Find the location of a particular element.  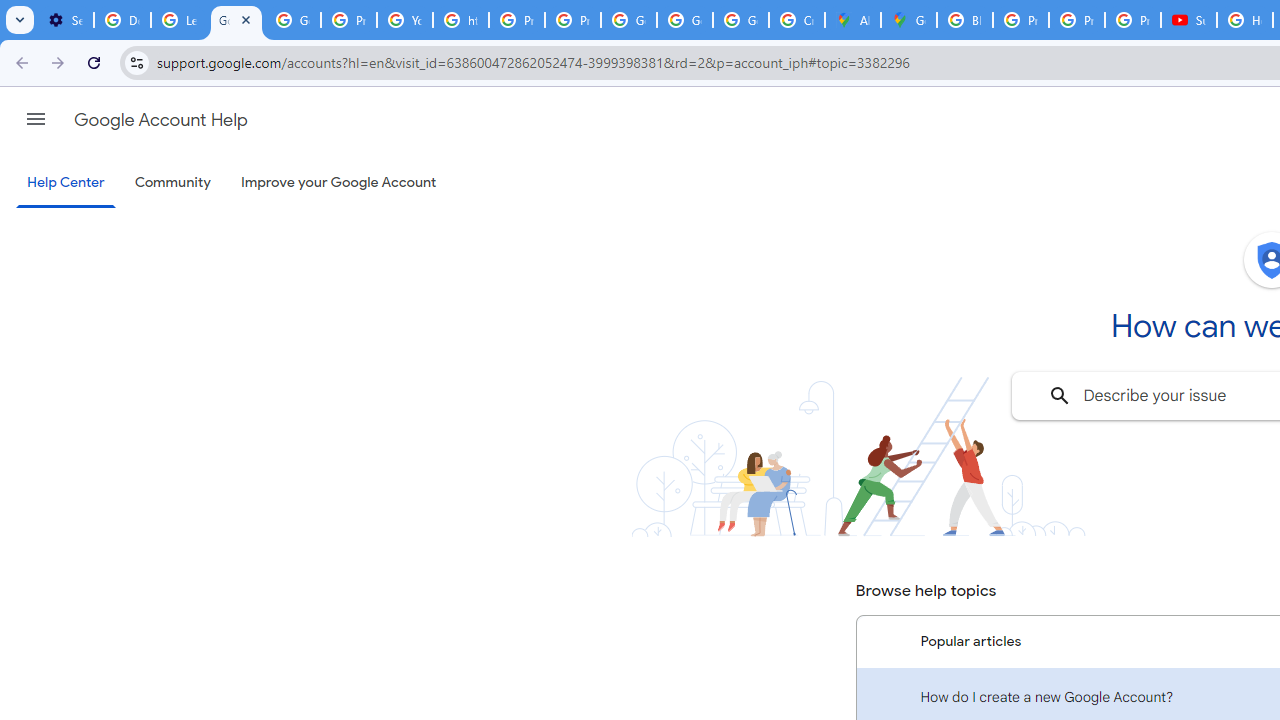

'Learn how to find your photos - Google Photos Help' is located at coordinates (179, 20).